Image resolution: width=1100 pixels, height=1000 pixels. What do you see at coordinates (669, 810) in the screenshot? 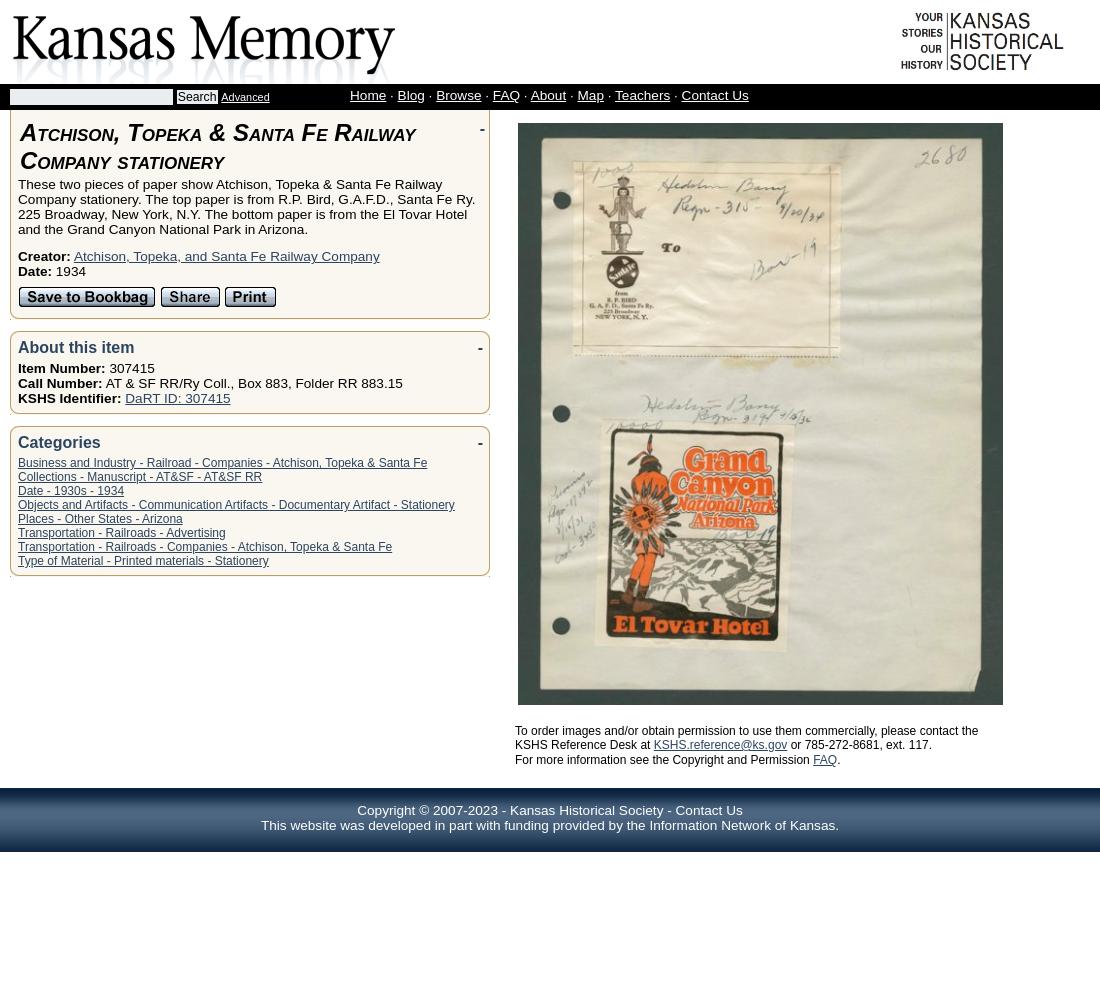
I see `'-'` at bounding box center [669, 810].